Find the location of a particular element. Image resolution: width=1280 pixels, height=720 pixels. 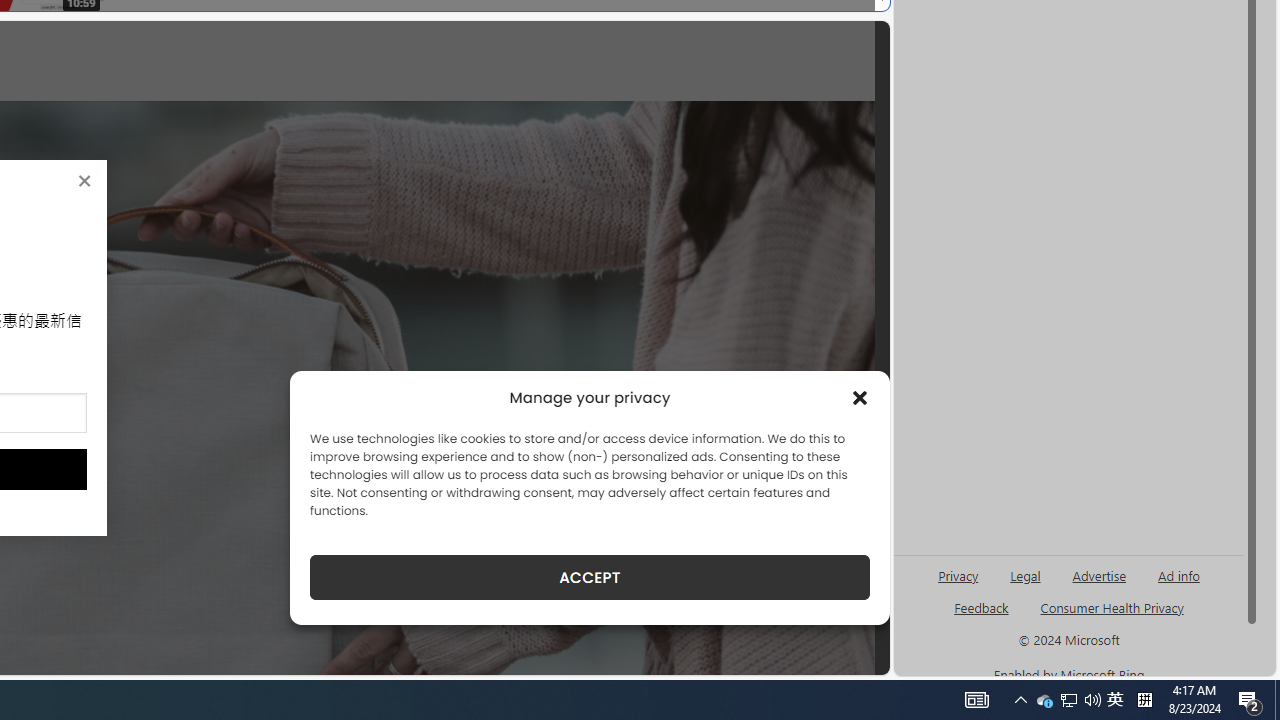

'Class: cmplz-close' is located at coordinates (860, 398).